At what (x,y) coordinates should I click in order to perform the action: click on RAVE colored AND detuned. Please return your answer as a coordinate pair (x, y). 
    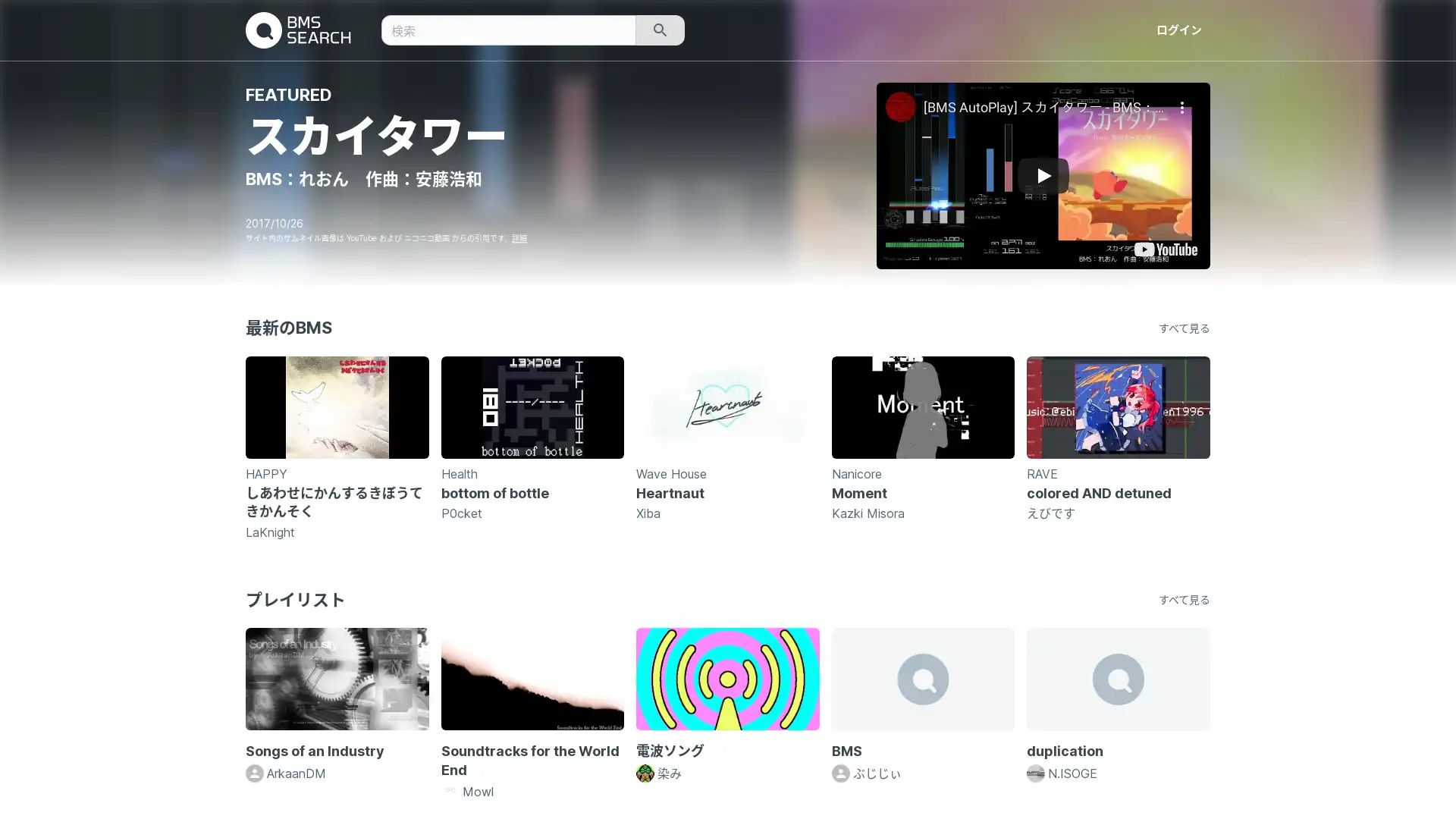
    Looking at the image, I should click on (1118, 447).